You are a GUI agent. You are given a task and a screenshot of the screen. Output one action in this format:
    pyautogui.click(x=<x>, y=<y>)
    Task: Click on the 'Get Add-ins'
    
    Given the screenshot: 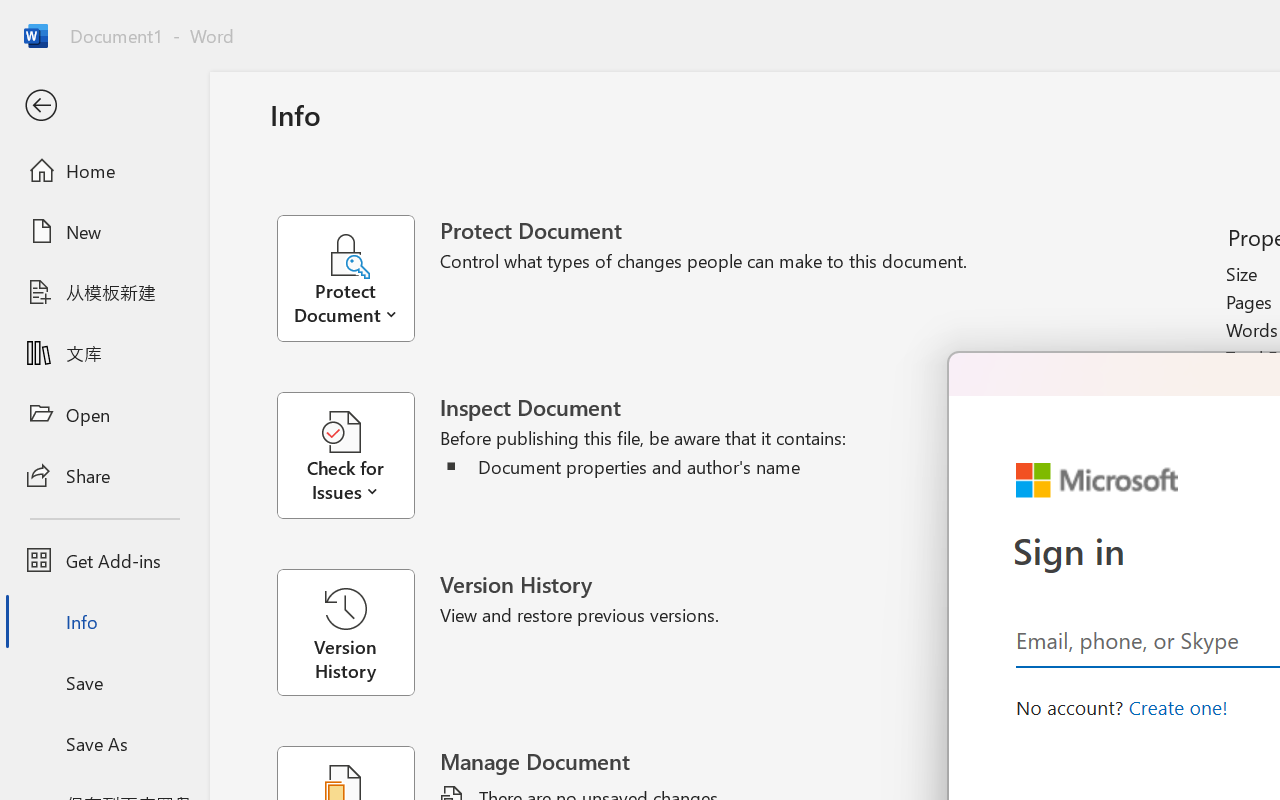 What is the action you would take?
    pyautogui.click(x=103, y=560)
    